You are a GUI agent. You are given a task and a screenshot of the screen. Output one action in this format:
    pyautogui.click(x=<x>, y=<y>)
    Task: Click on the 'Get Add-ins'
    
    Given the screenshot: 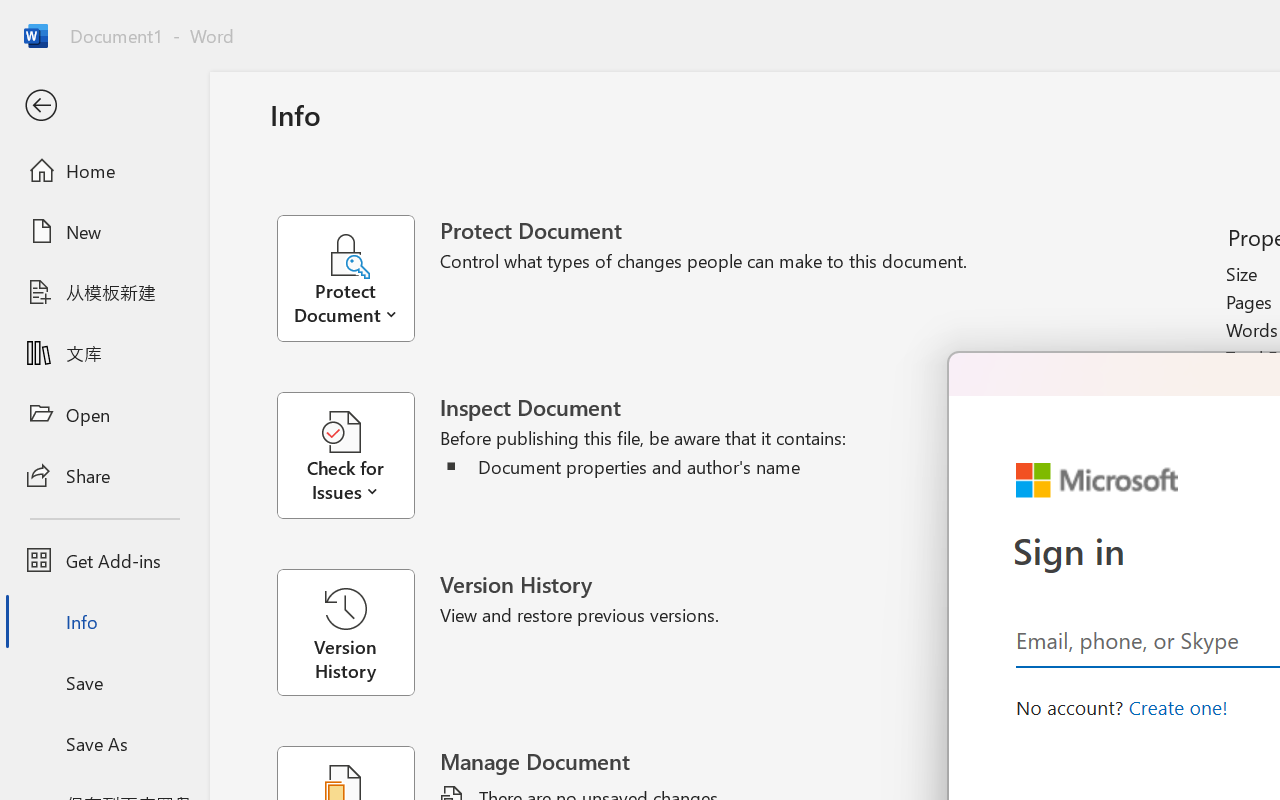 What is the action you would take?
    pyautogui.click(x=103, y=560)
    